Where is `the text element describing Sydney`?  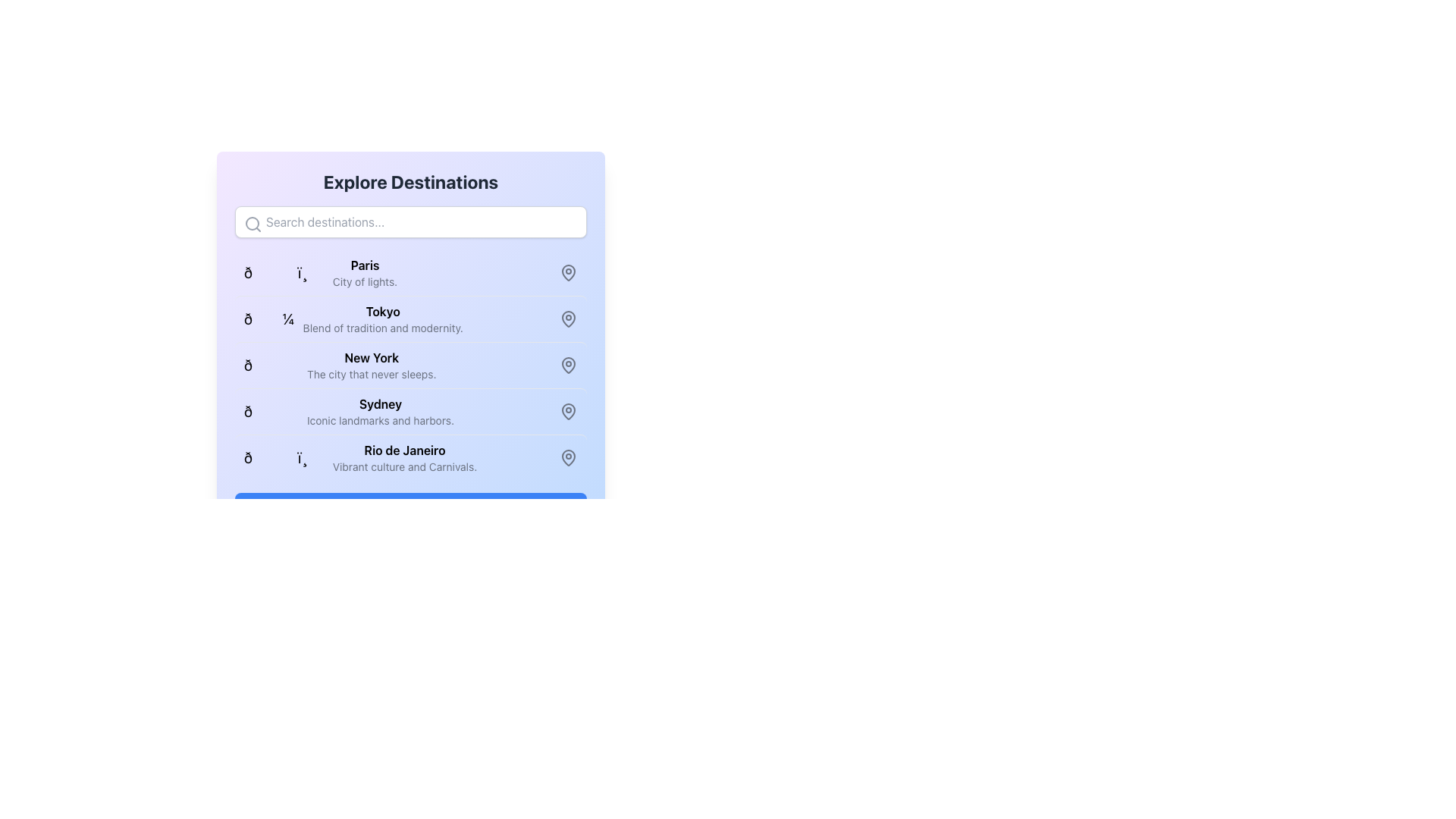
the text element describing Sydney is located at coordinates (381, 412).